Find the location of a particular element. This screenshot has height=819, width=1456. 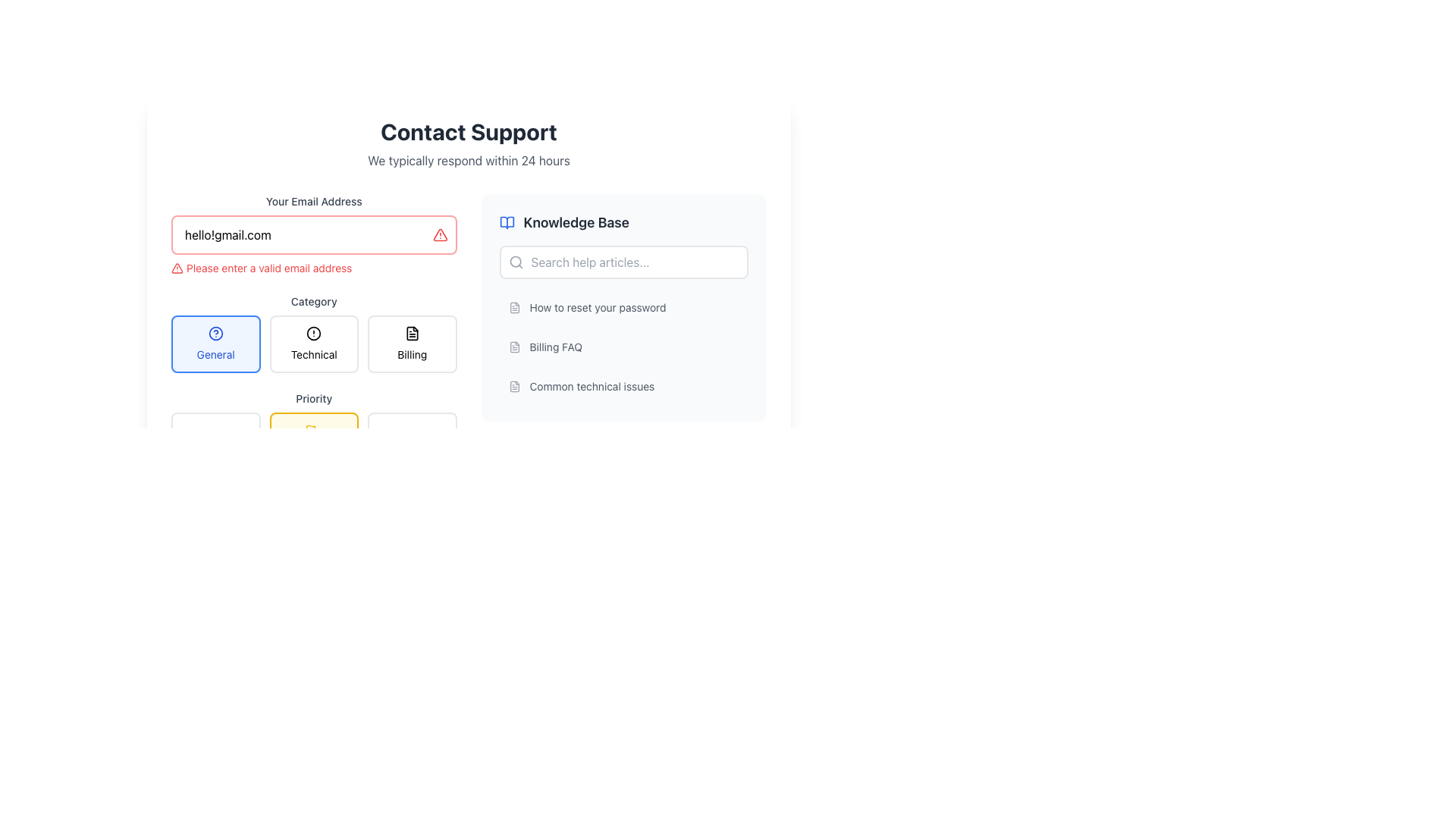

the 'Technical' category label located in the middle card under the 'Category' section is located at coordinates (313, 354).